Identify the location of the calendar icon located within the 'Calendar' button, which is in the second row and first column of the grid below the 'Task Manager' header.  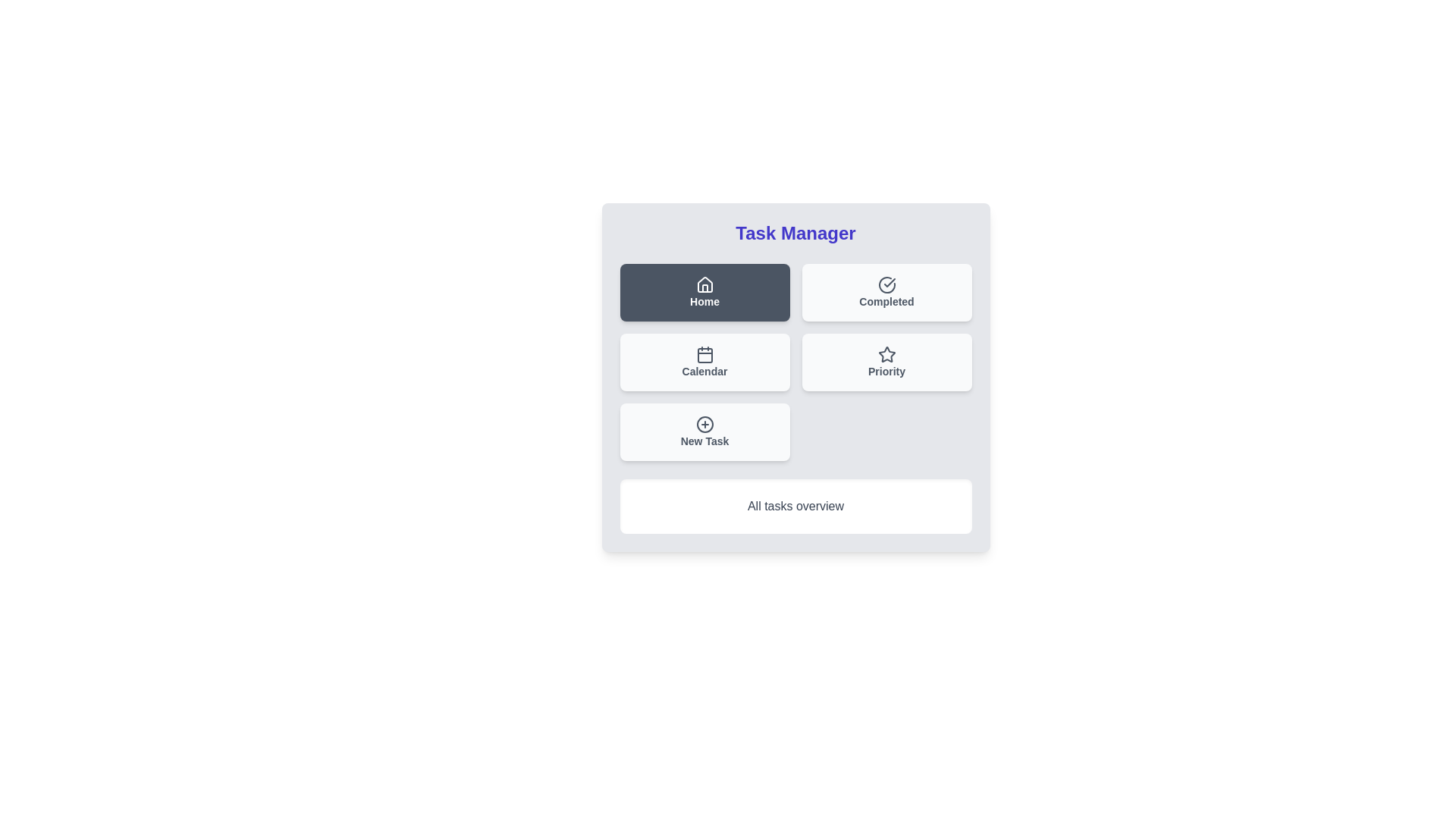
(704, 354).